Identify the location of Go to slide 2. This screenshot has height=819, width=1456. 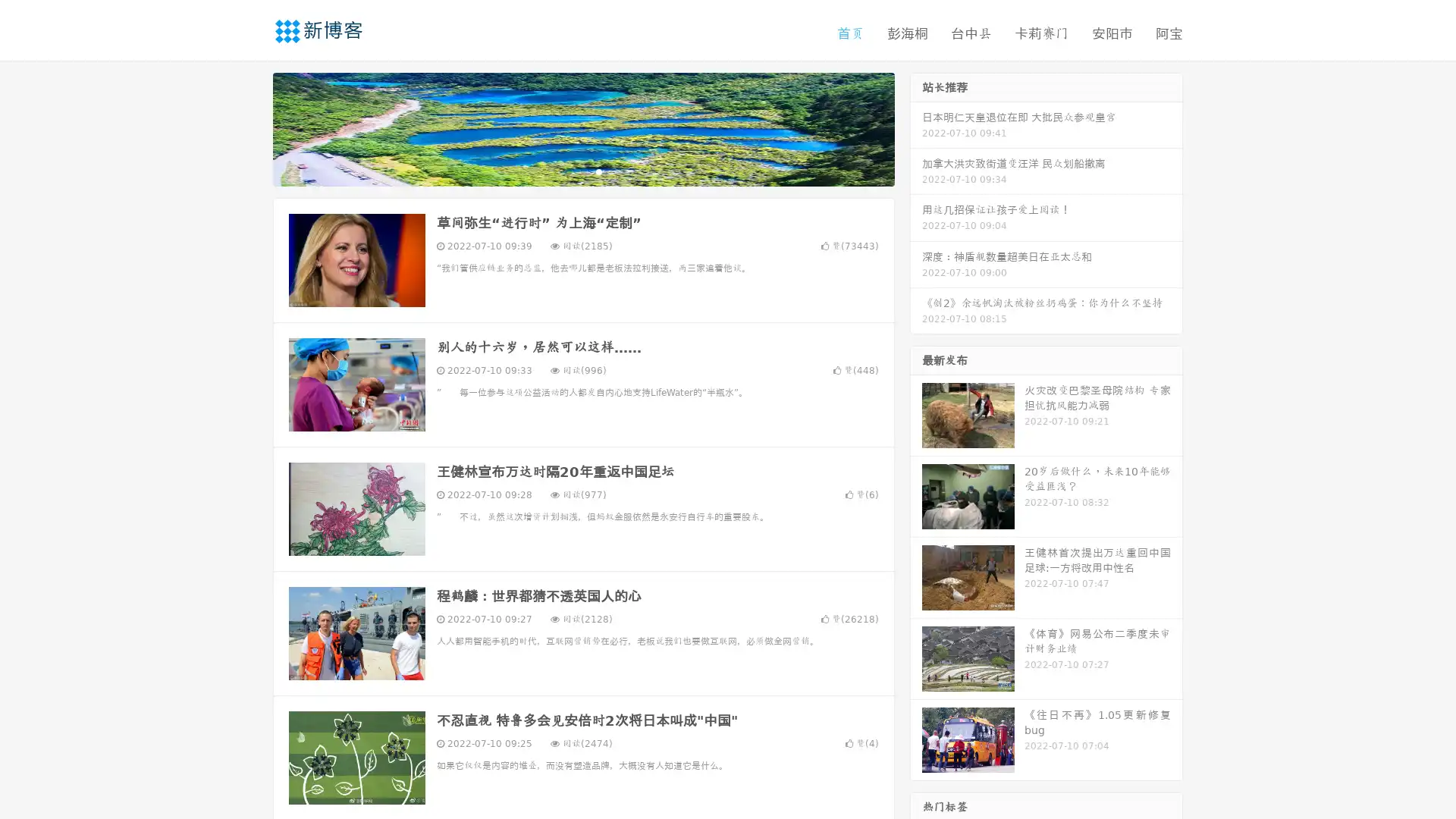
(582, 171).